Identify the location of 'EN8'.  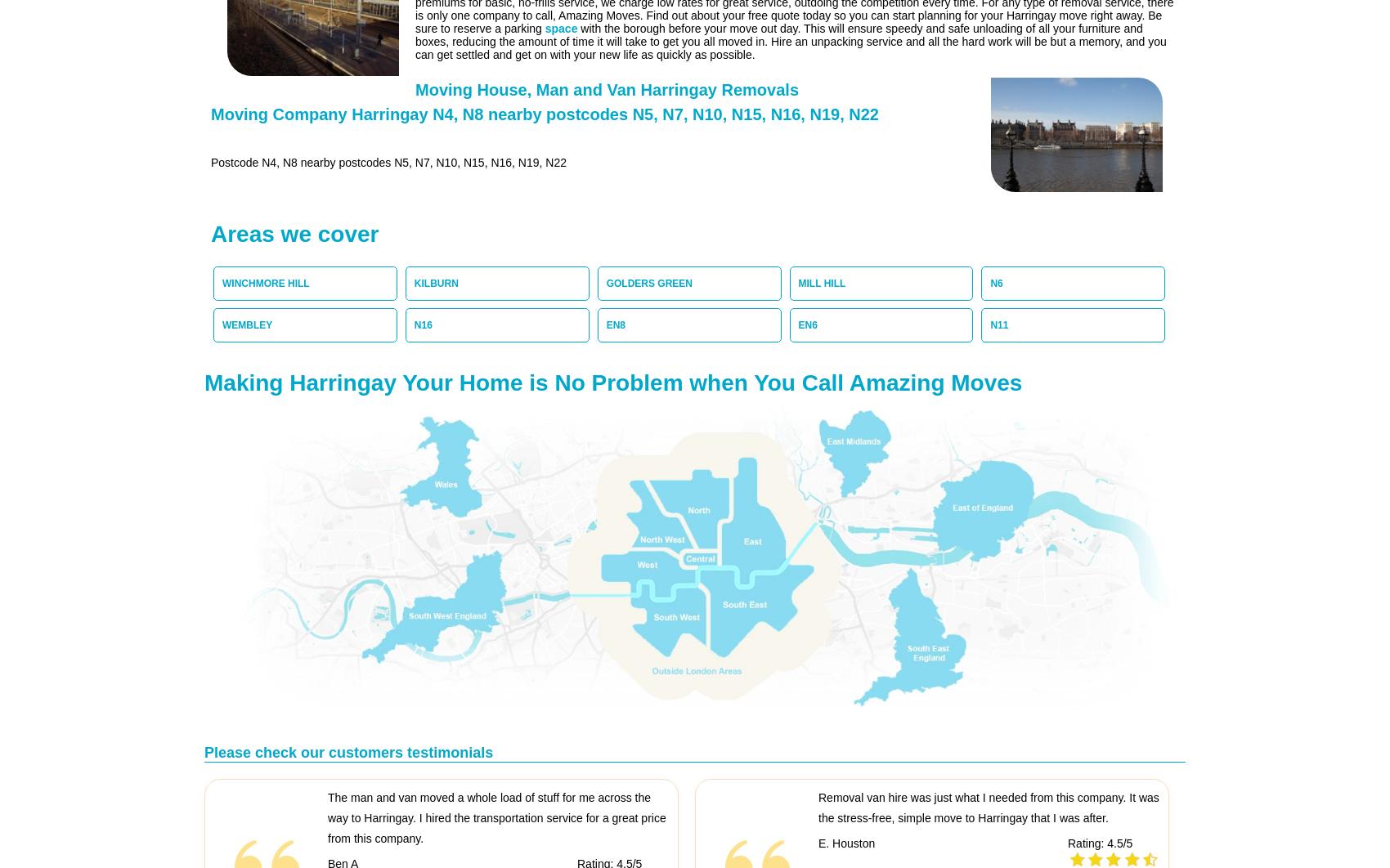
(614, 324).